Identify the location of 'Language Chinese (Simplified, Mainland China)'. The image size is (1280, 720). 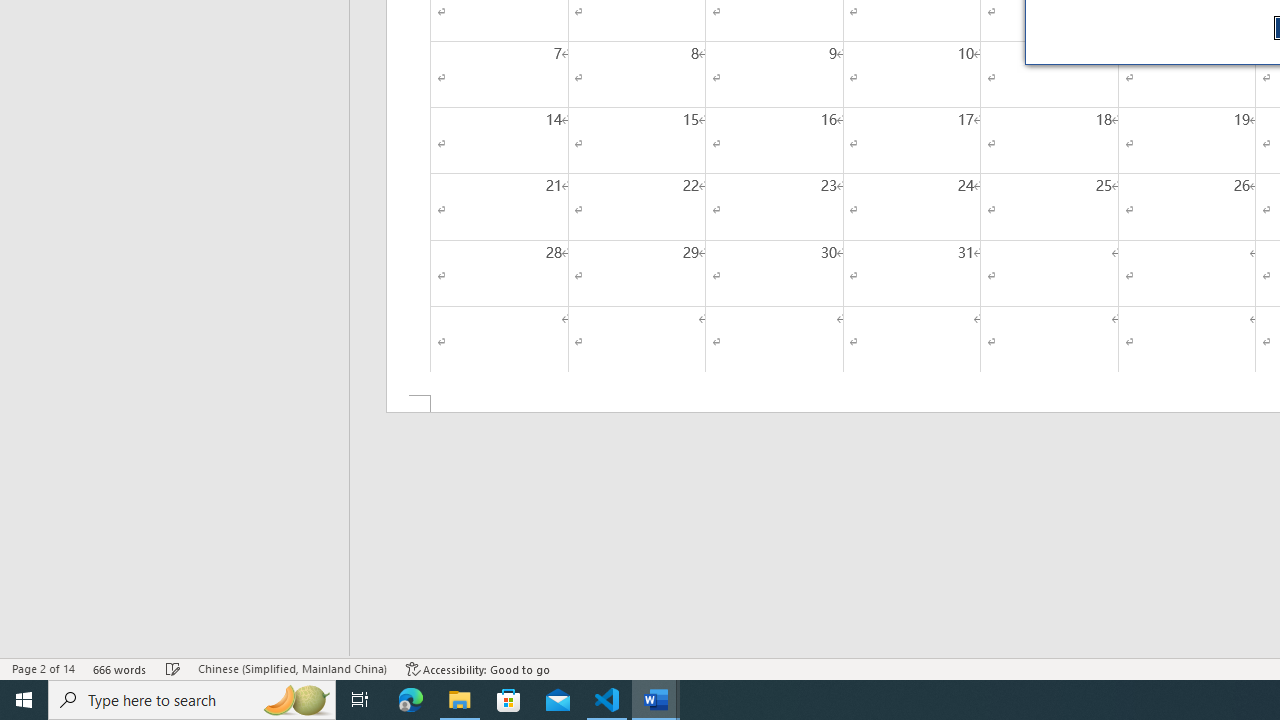
(291, 669).